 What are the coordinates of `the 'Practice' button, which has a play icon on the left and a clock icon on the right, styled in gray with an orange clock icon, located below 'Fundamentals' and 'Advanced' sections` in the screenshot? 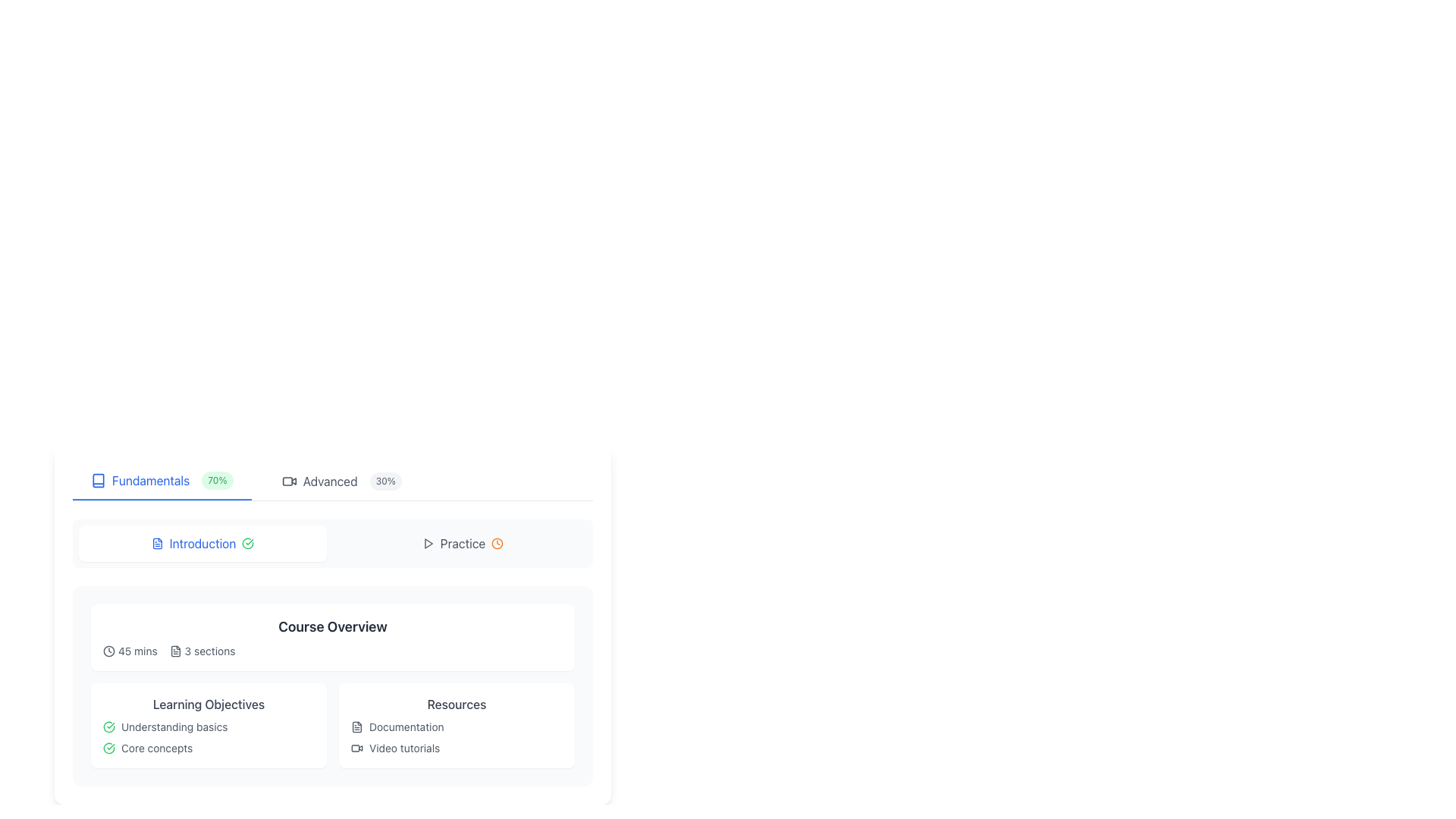 It's located at (462, 543).